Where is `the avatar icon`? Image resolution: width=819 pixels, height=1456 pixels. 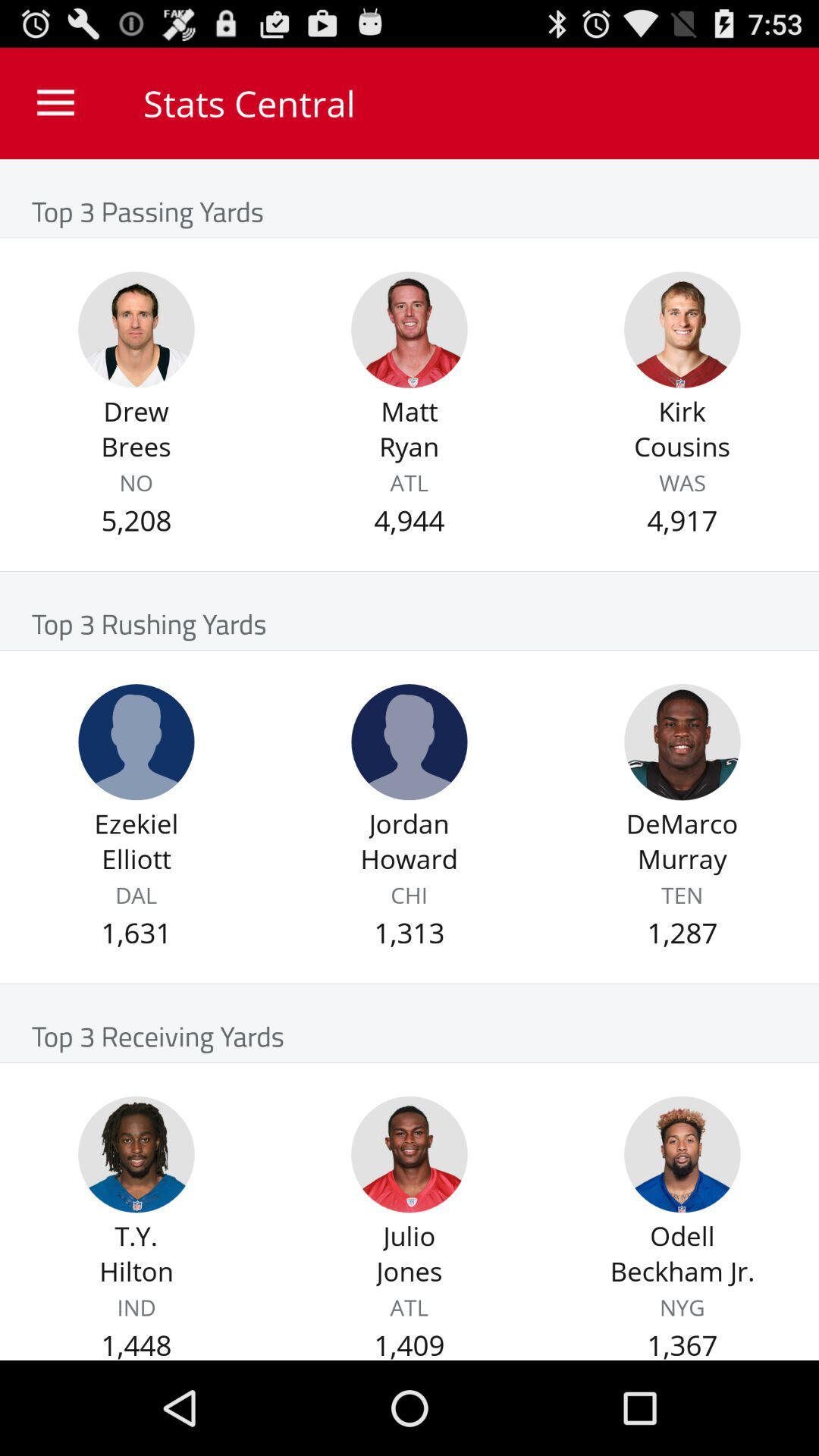 the avatar icon is located at coordinates (136, 793).